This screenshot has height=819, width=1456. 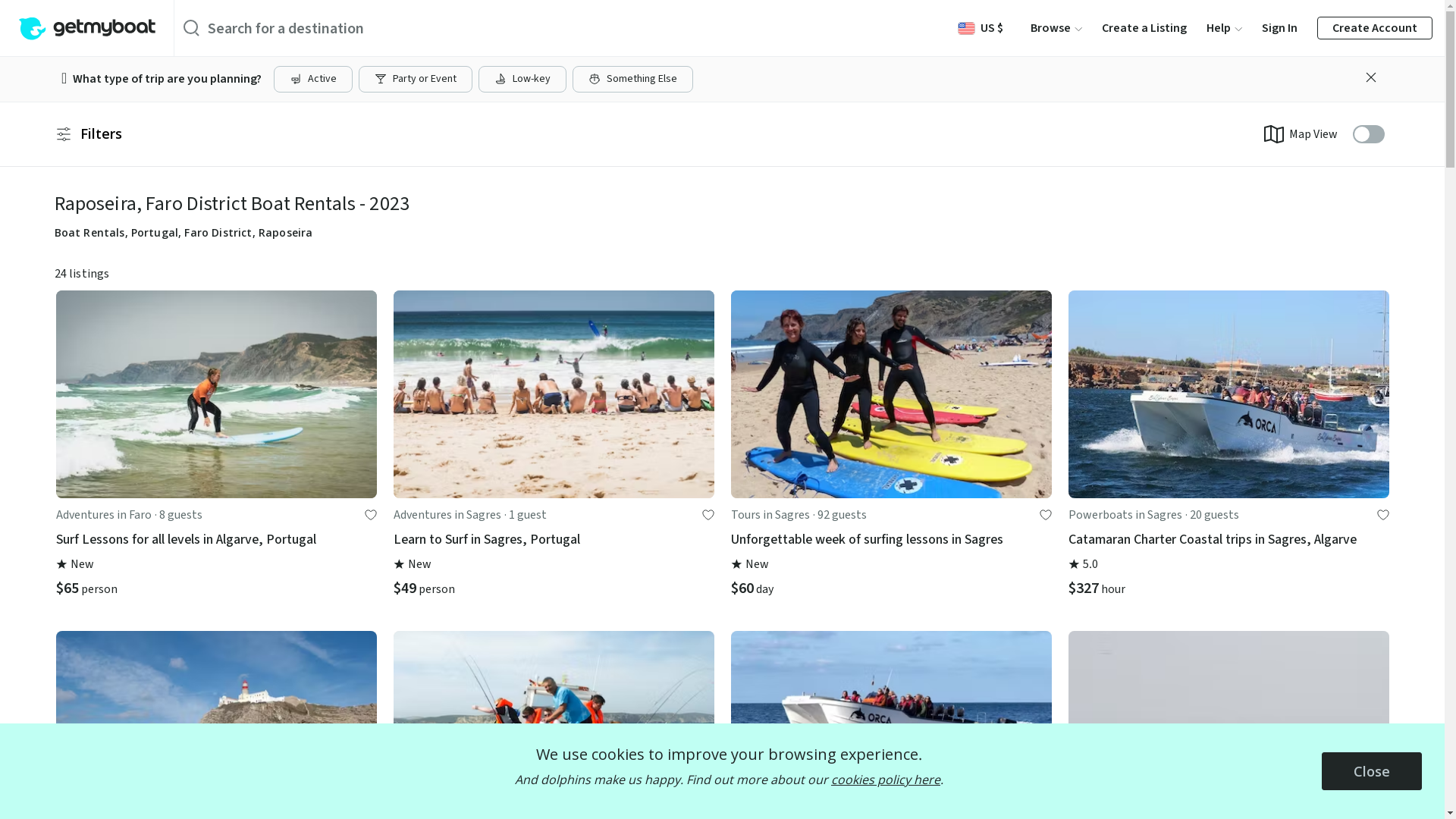 What do you see at coordinates (1279, 28) in the screenshot?
I see `'Sign In'` at bounding box center [1279, 28].